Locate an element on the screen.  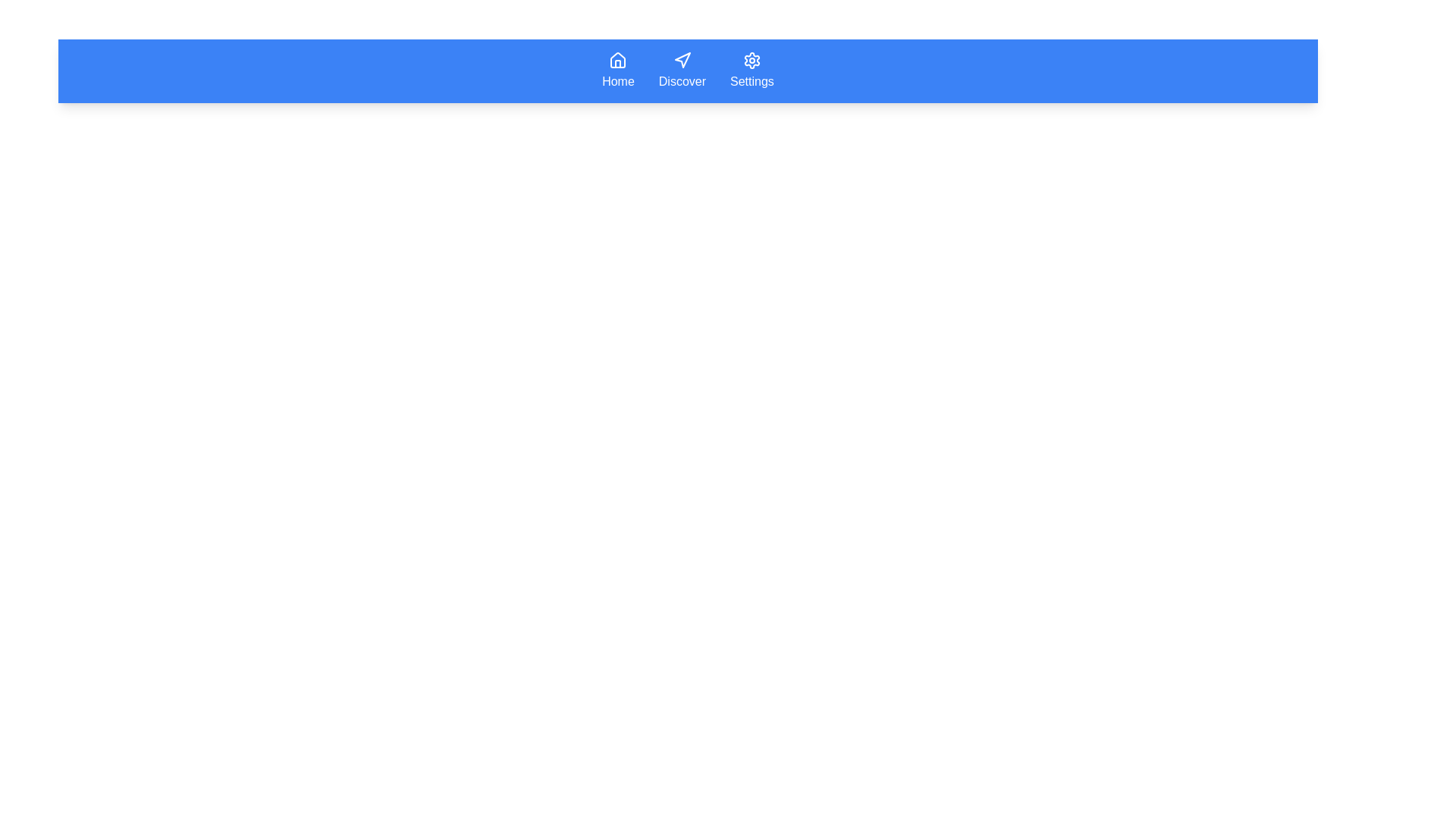
the 'Settings' navigation link, which features a gear icon and white text on a blue background, located centrally at the top of the interface is located at coordinates (752, 71).